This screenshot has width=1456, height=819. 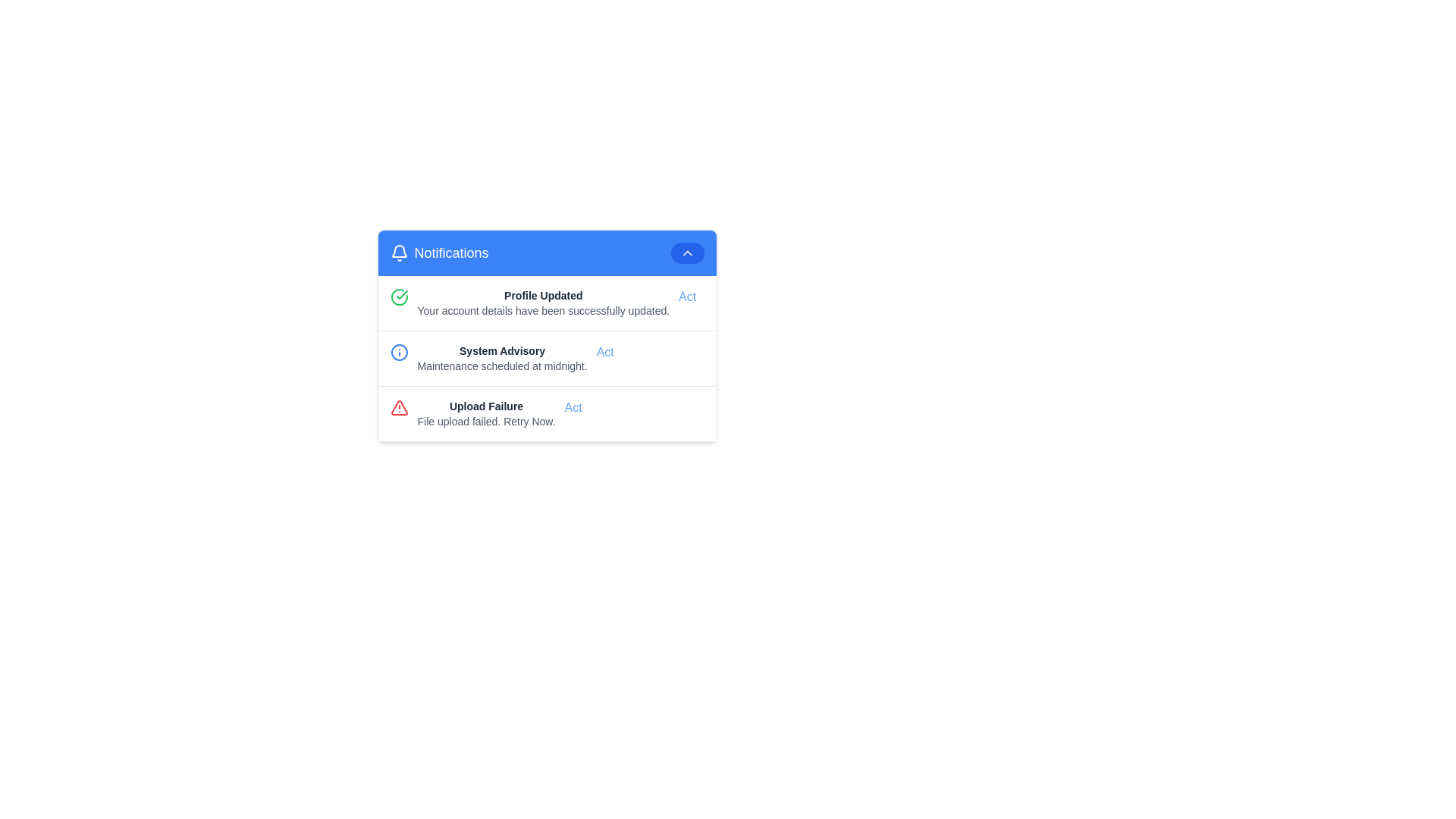 What do you see at coordinates (546, 358) in the screenshot?
I see `the 'Act' link in the Notification Card that informs about scheduled maintenance, which is positioned below 'Profile Updated' and above 'Upload Failure' in the Notifications list` at bounding box center [546, 358].